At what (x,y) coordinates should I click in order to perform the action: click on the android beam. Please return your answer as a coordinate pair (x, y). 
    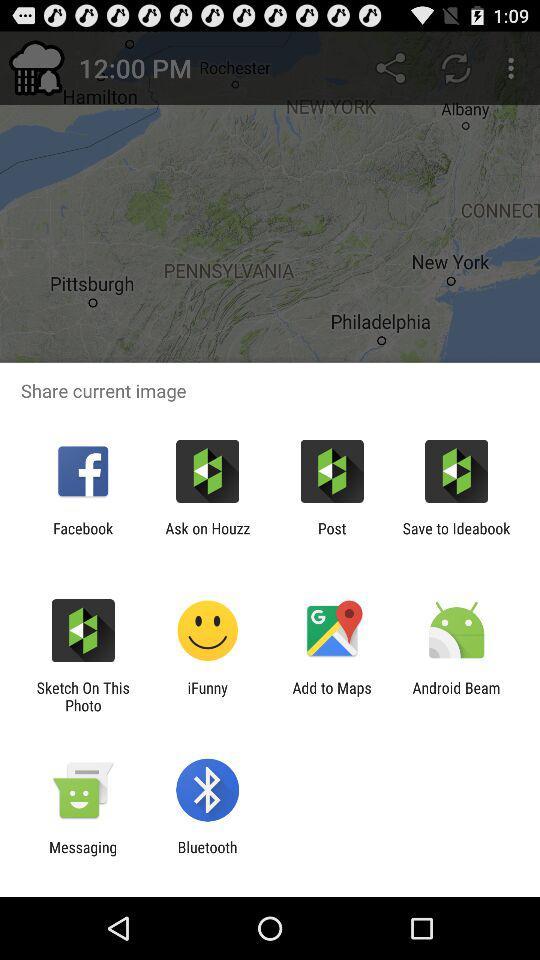
    Looking at the image, I should click on (456, 696).